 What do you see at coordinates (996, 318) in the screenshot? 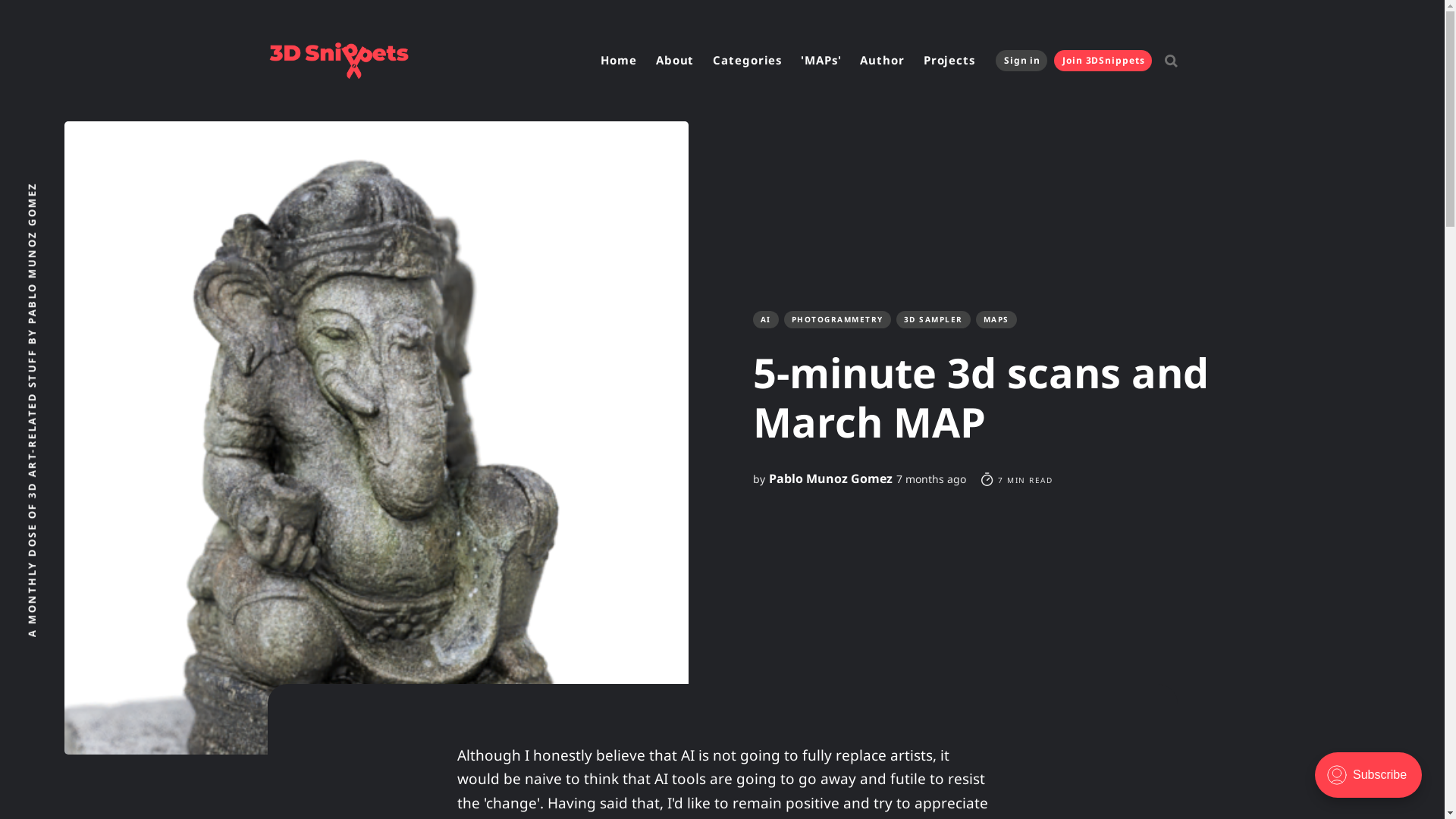
I see `'MAPS'` at bounding box center [996, 318].